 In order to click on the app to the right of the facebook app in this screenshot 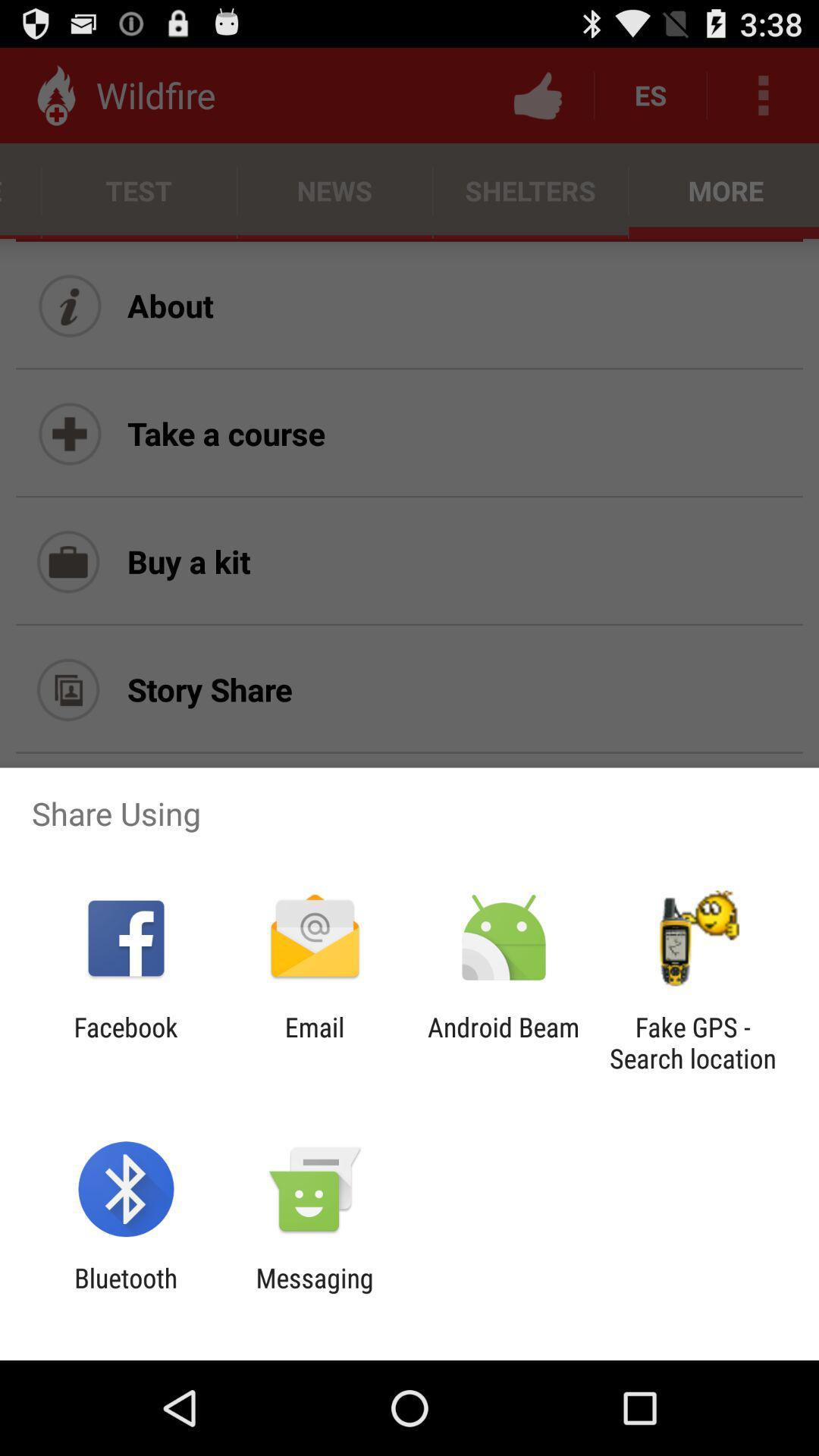, I will do `click(314, 1042)`.